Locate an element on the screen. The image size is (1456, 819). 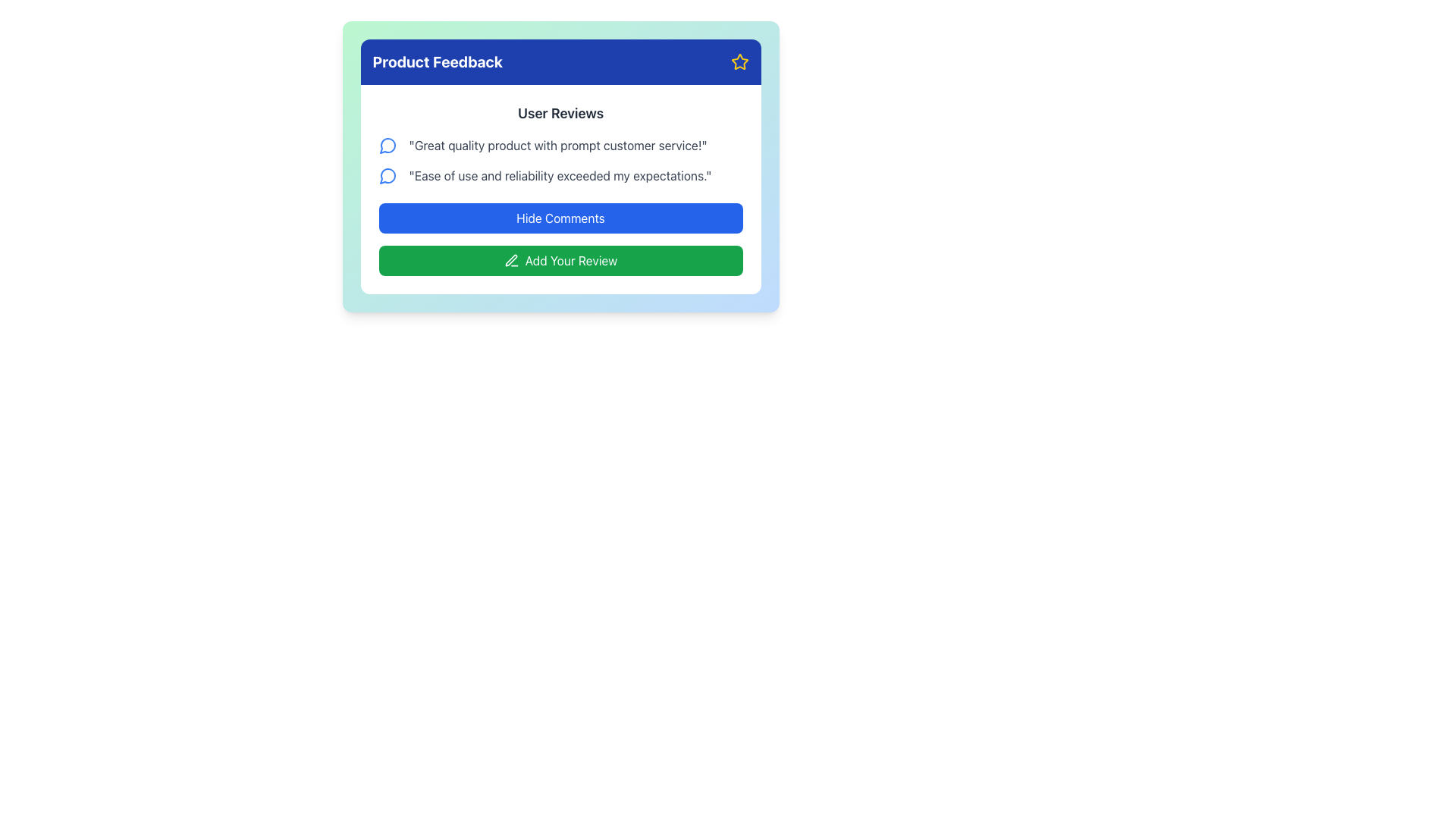
the pen icon within the green 'Add Your Review' button located at the bottom of the 'Product Feedback' card is located at coordinates (511, 259).